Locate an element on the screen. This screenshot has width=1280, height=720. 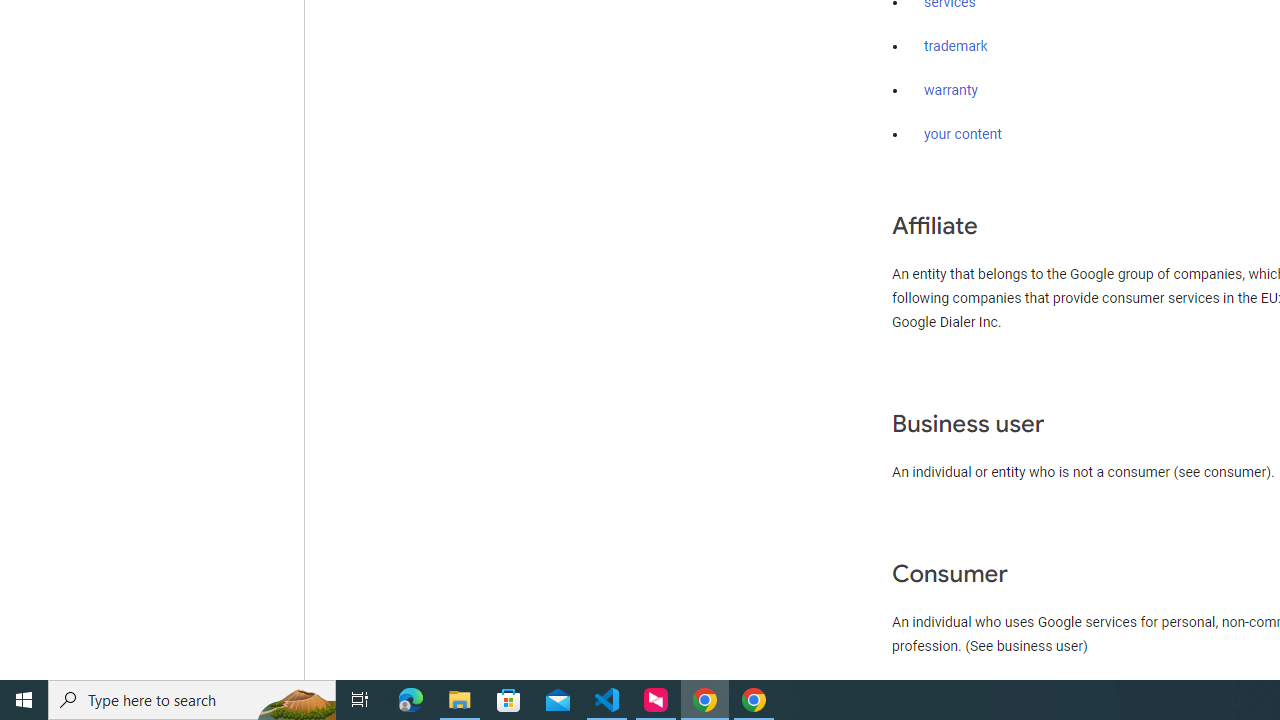
'trademark' is located at coordinates (955, 46).